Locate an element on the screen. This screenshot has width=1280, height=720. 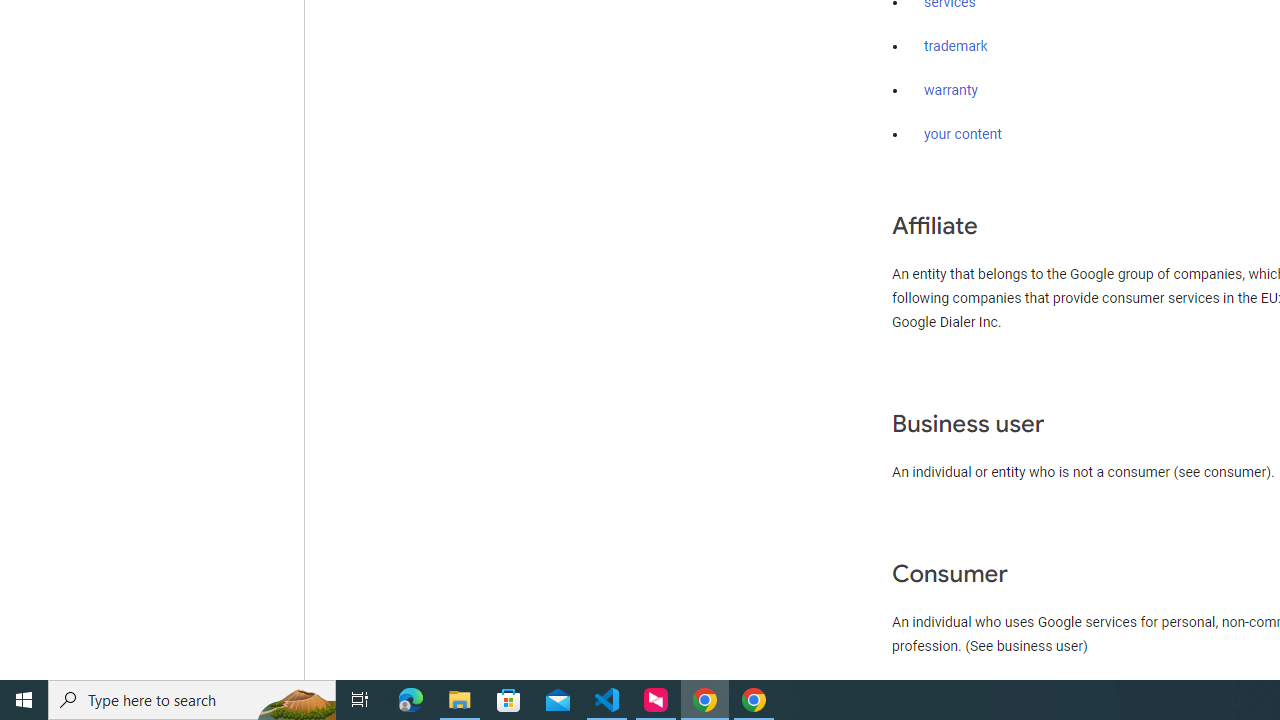
'trademark' is located at coordinates (955, 46).